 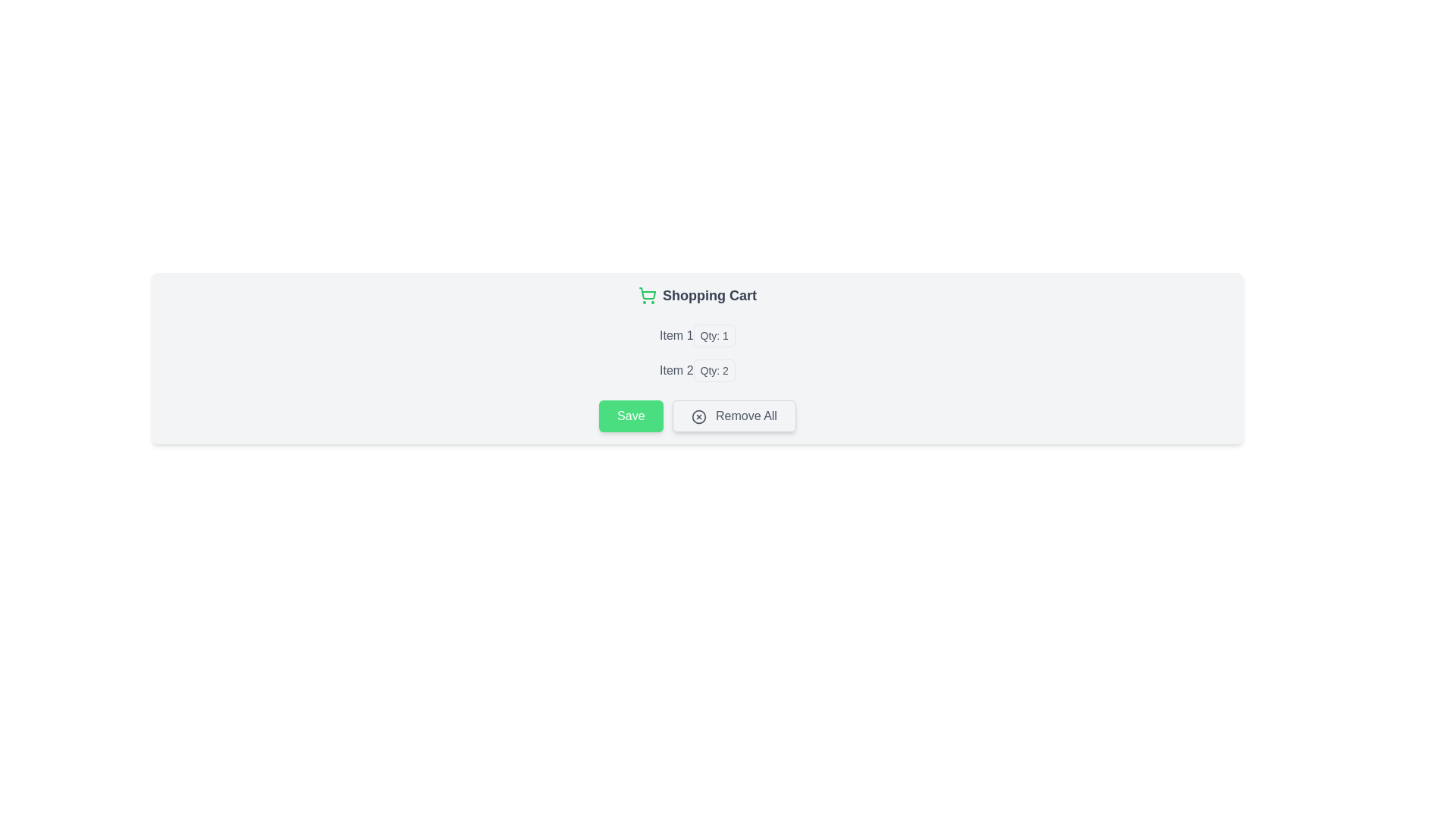 What do you see at coordinates (648, 295) in the screenshot?
I see `the green shopping cart SVG icon located at the top-left of the 'Shopping Cart' section, preceding the text 'Shopping Cart'` at bounding box center [648, 295].